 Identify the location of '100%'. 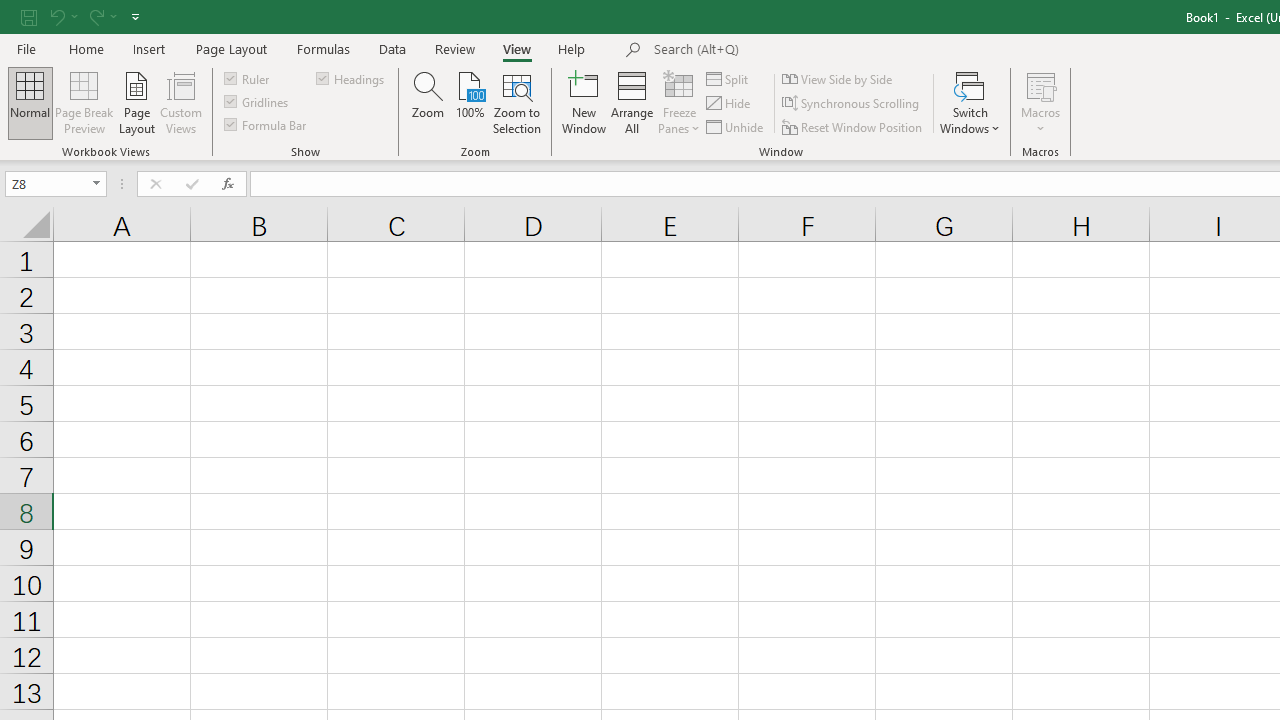
(469, 103).